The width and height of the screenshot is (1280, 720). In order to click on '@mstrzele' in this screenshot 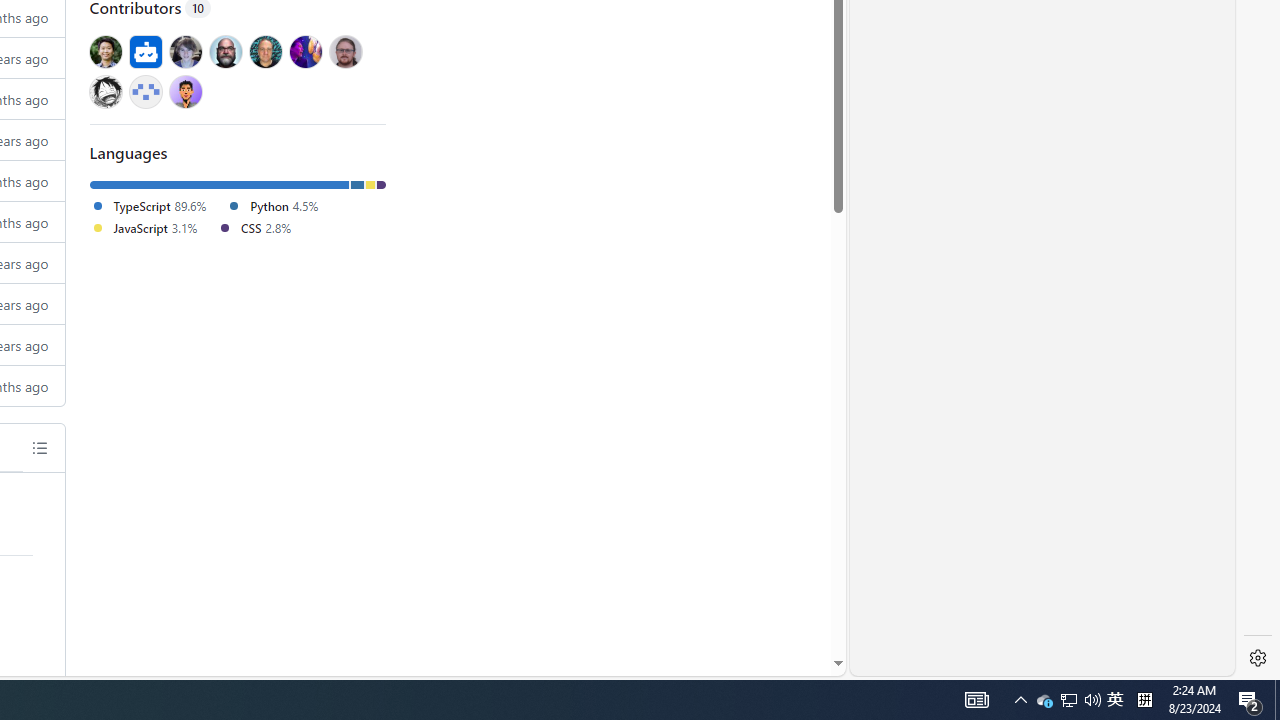, I will do `click(144, 91)`.